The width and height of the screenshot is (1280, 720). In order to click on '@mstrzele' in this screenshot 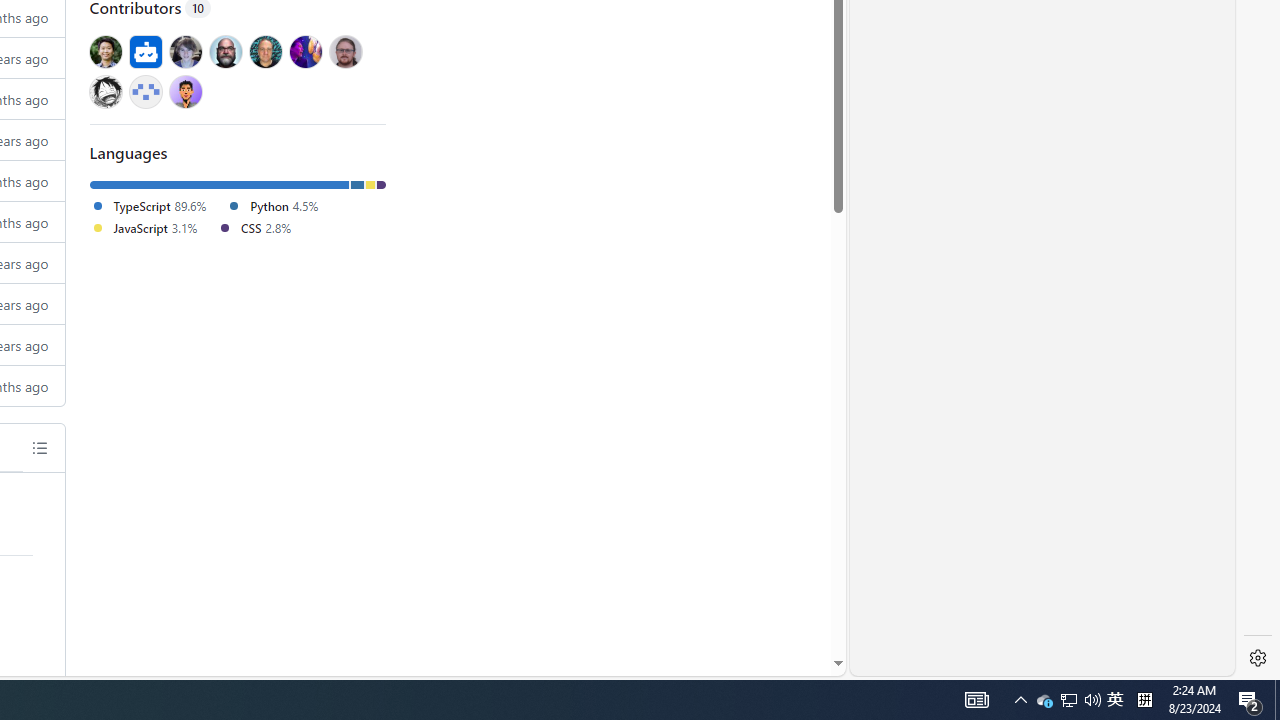, I will do `click(144, 91)`.